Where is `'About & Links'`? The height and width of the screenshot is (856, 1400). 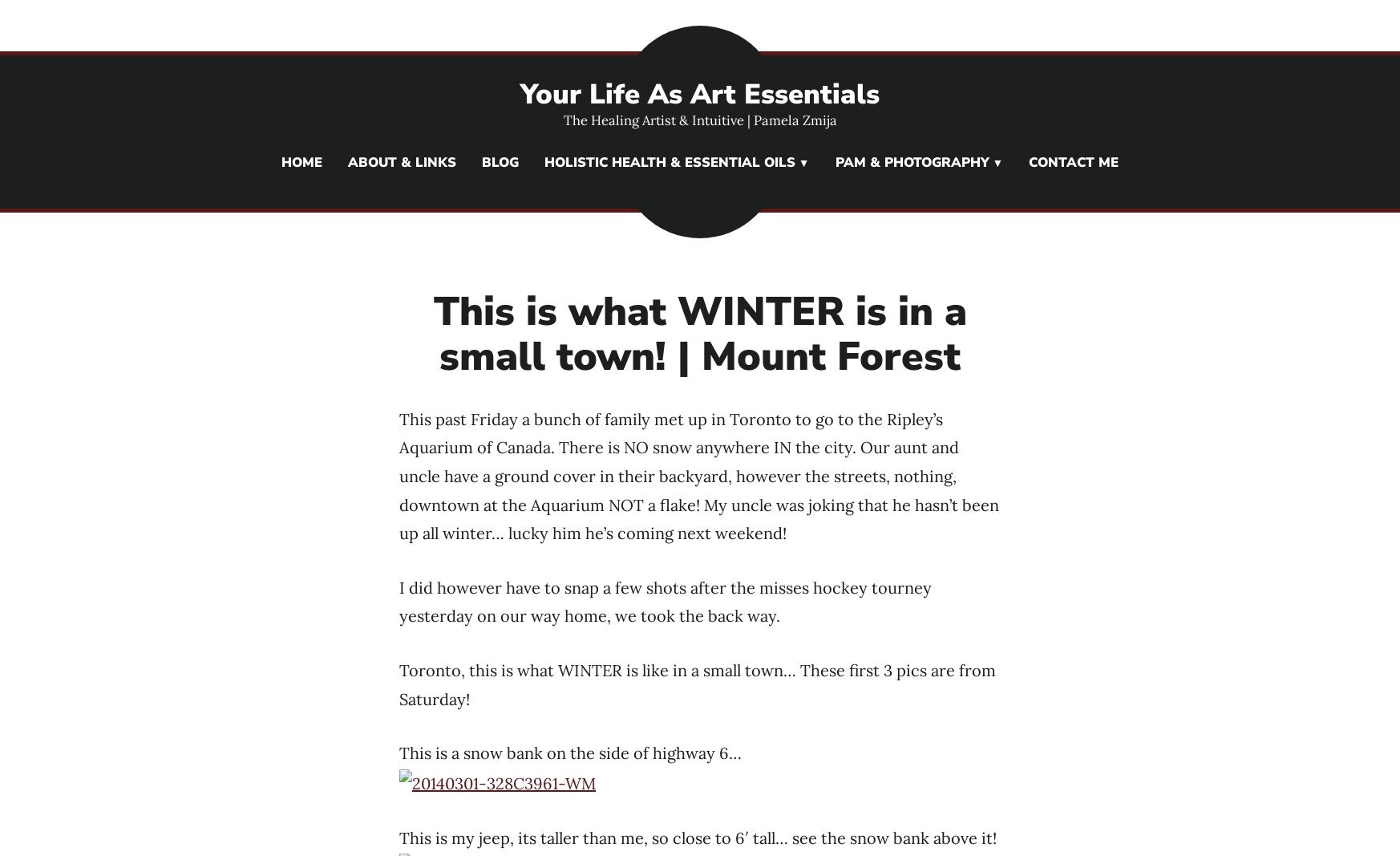 'About & Links' is located at coordinates (401, 162).